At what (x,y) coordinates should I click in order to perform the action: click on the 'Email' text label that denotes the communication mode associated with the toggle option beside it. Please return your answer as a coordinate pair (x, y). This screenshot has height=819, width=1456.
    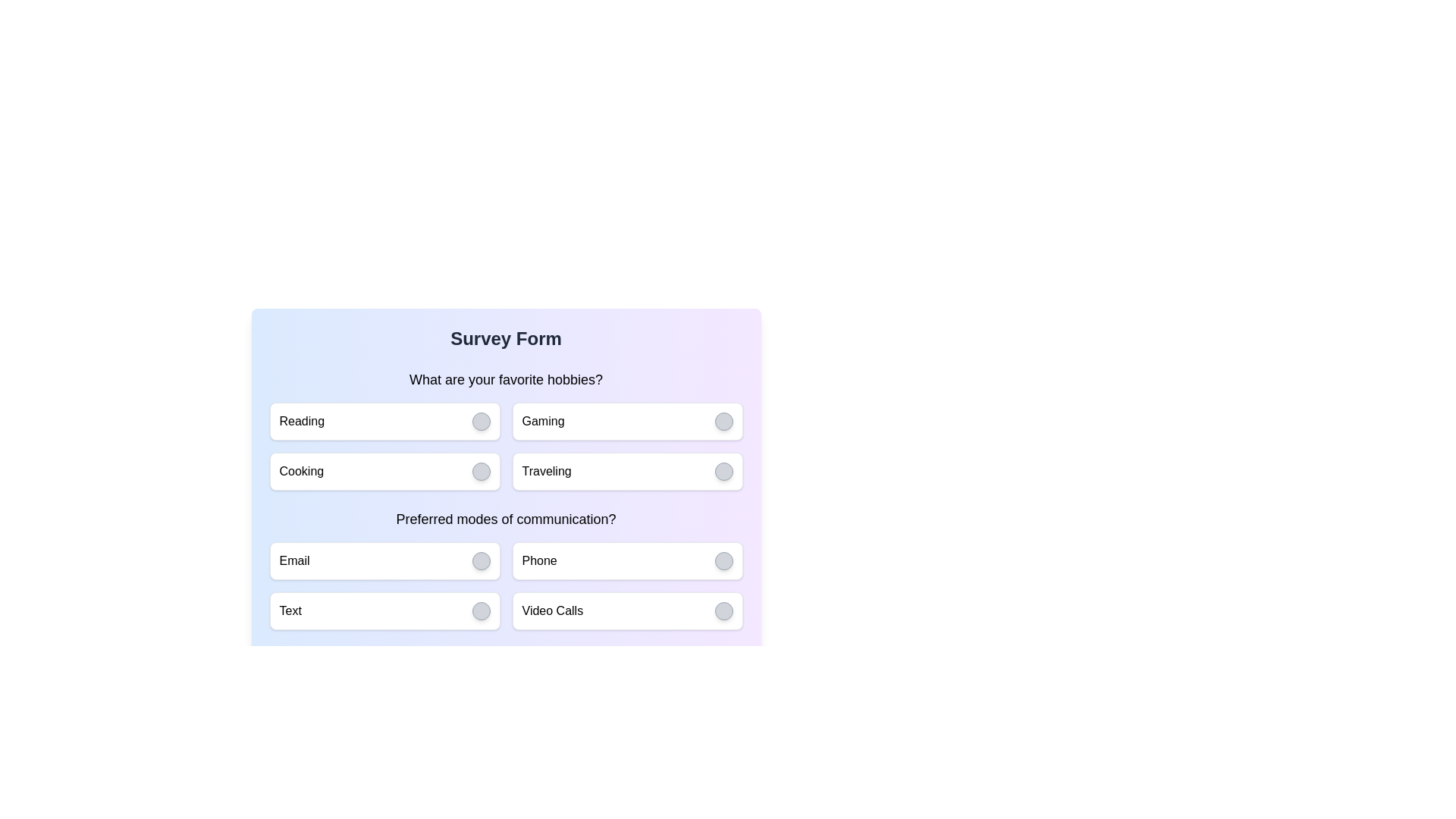
    Looking at the image, I should click on (294, 561).